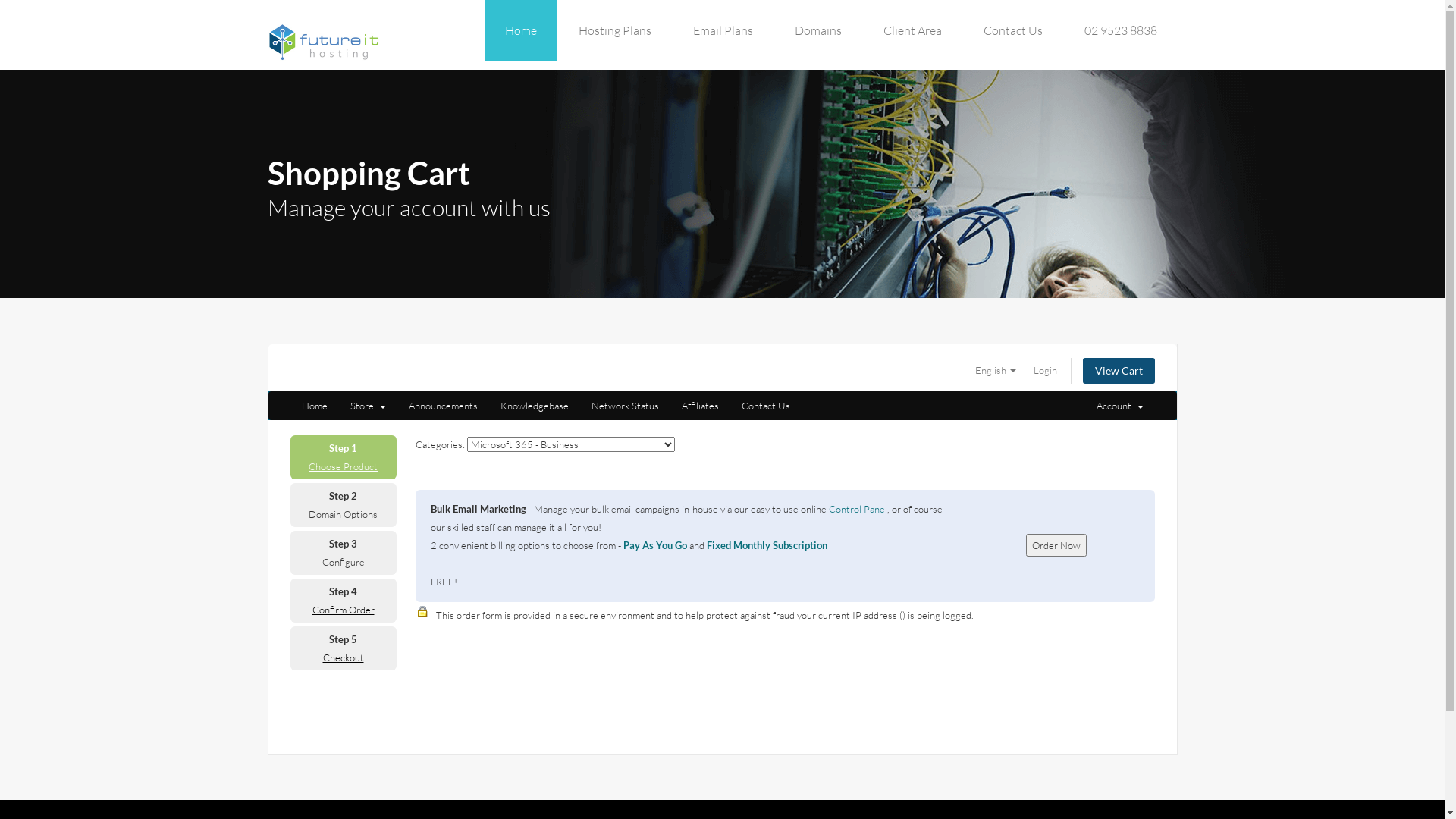  I want to click on 'Affiliates', so click(699, 405).